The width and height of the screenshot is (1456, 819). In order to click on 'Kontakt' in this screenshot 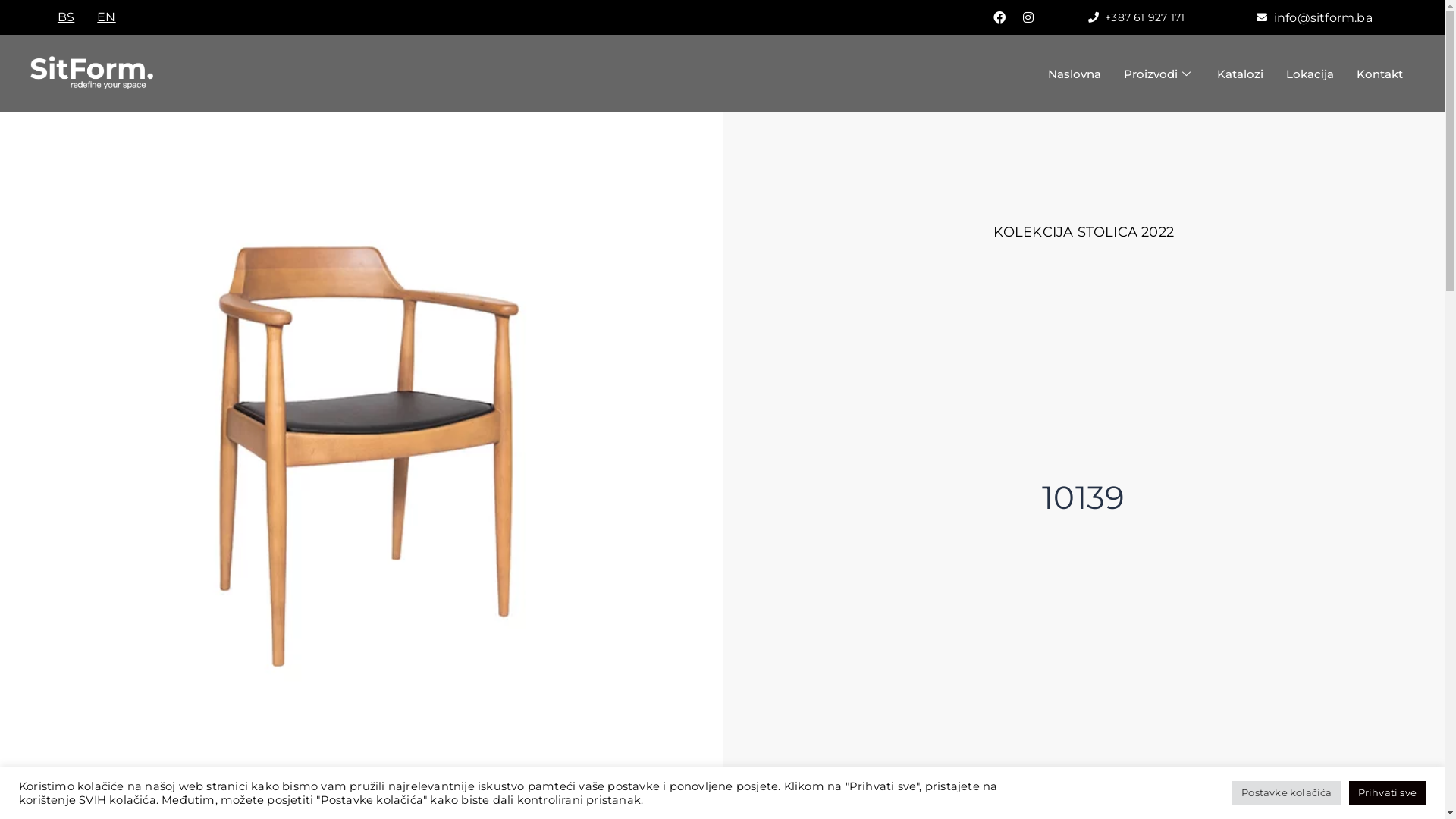, I will do `click(1379, 73)`.